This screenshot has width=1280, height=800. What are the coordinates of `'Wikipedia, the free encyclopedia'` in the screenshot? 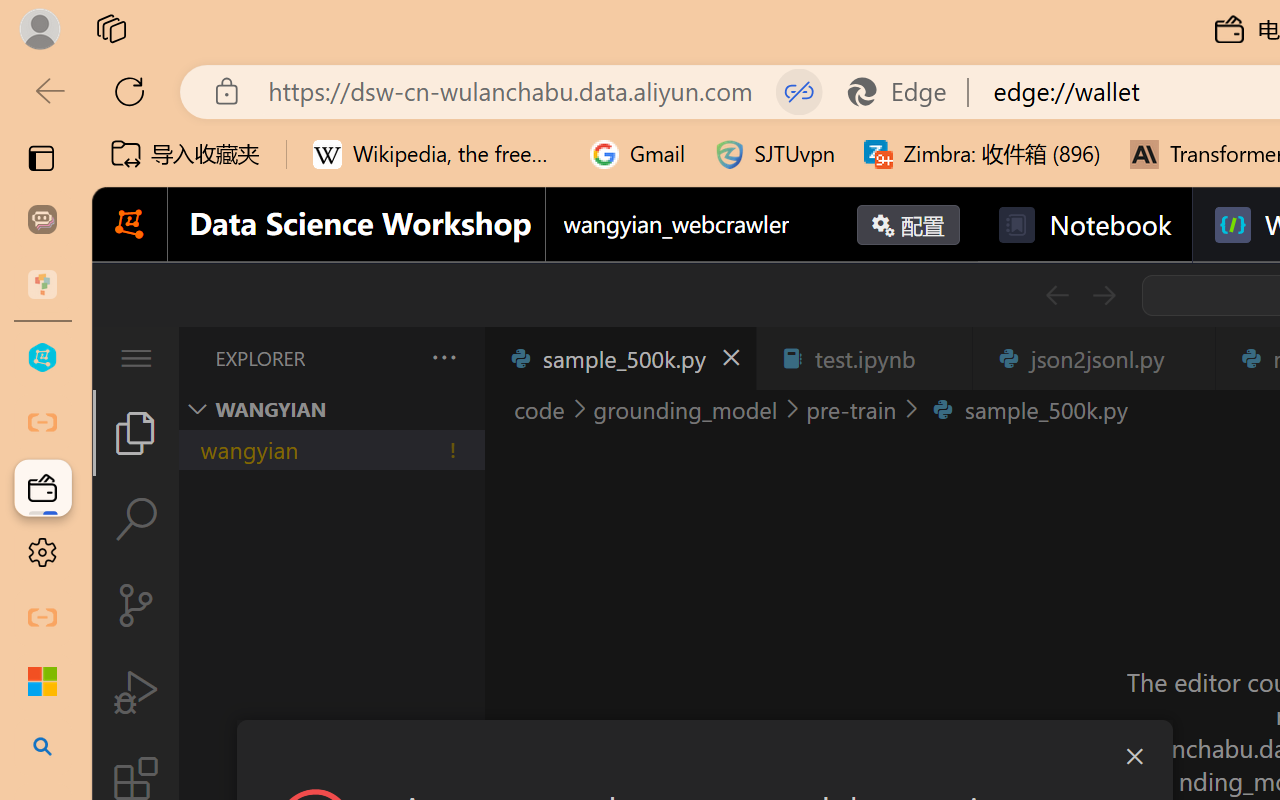 It's located at (436, 154).